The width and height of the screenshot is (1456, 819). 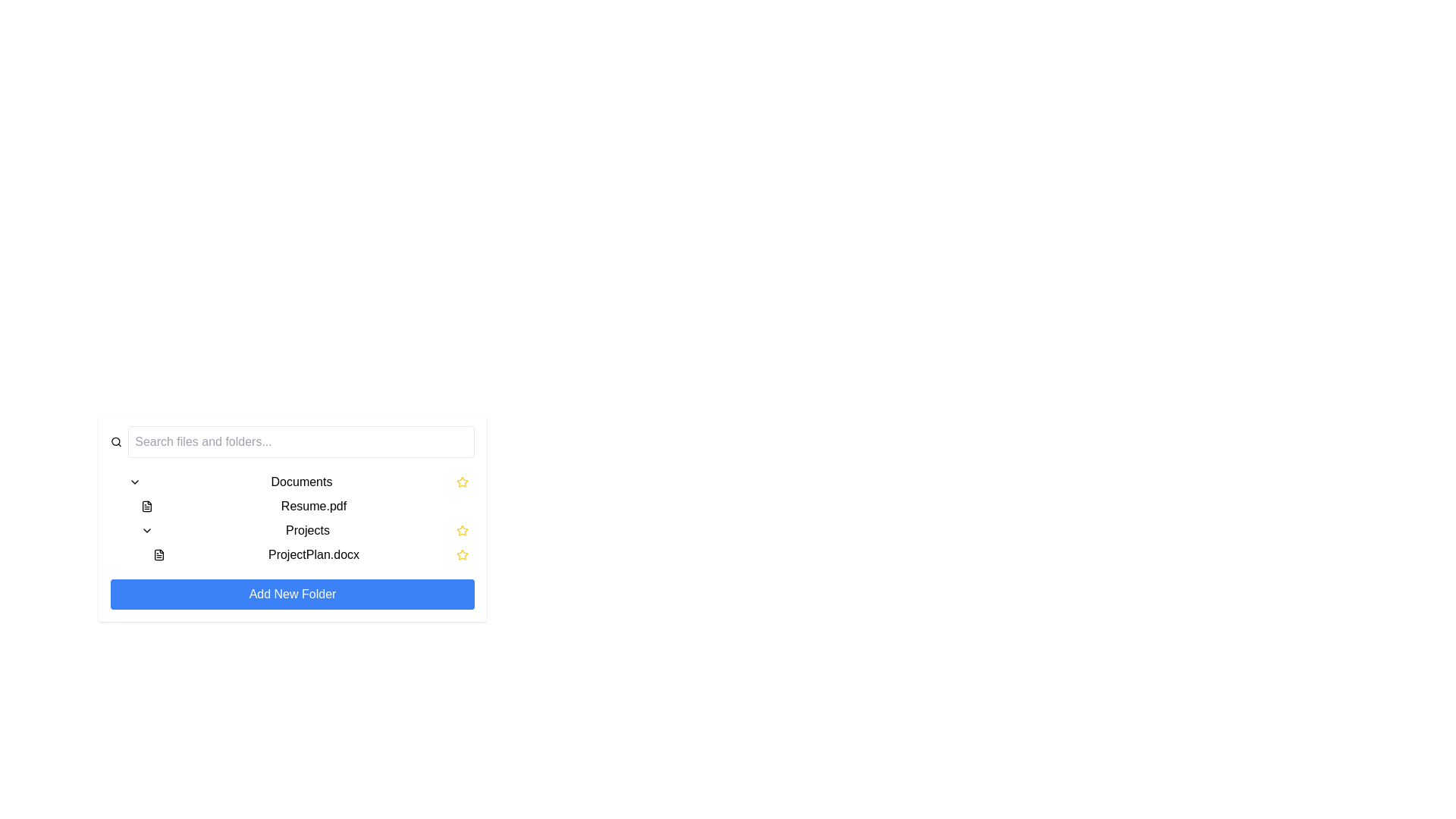 I want to click on the circular portion of the search icon, which is solid colored and located near the top left of the interface, to the left of the search input field, so click(x=115, y=441).